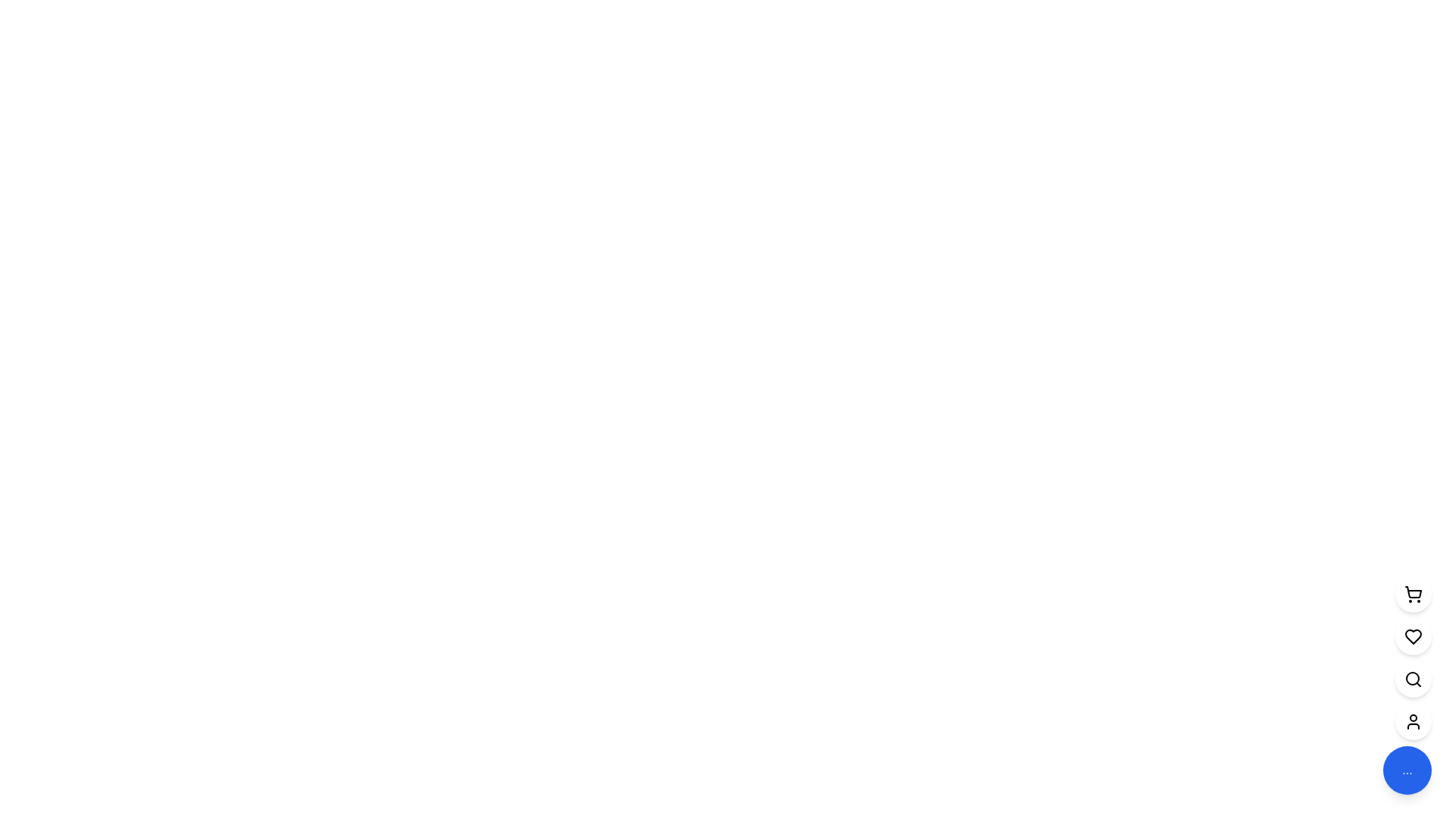  What do you see at coordinates (1412, 721) in the screenshot?
I see `the circular button with a white background and black user icon at its center` at bounding box center [1412, 721].